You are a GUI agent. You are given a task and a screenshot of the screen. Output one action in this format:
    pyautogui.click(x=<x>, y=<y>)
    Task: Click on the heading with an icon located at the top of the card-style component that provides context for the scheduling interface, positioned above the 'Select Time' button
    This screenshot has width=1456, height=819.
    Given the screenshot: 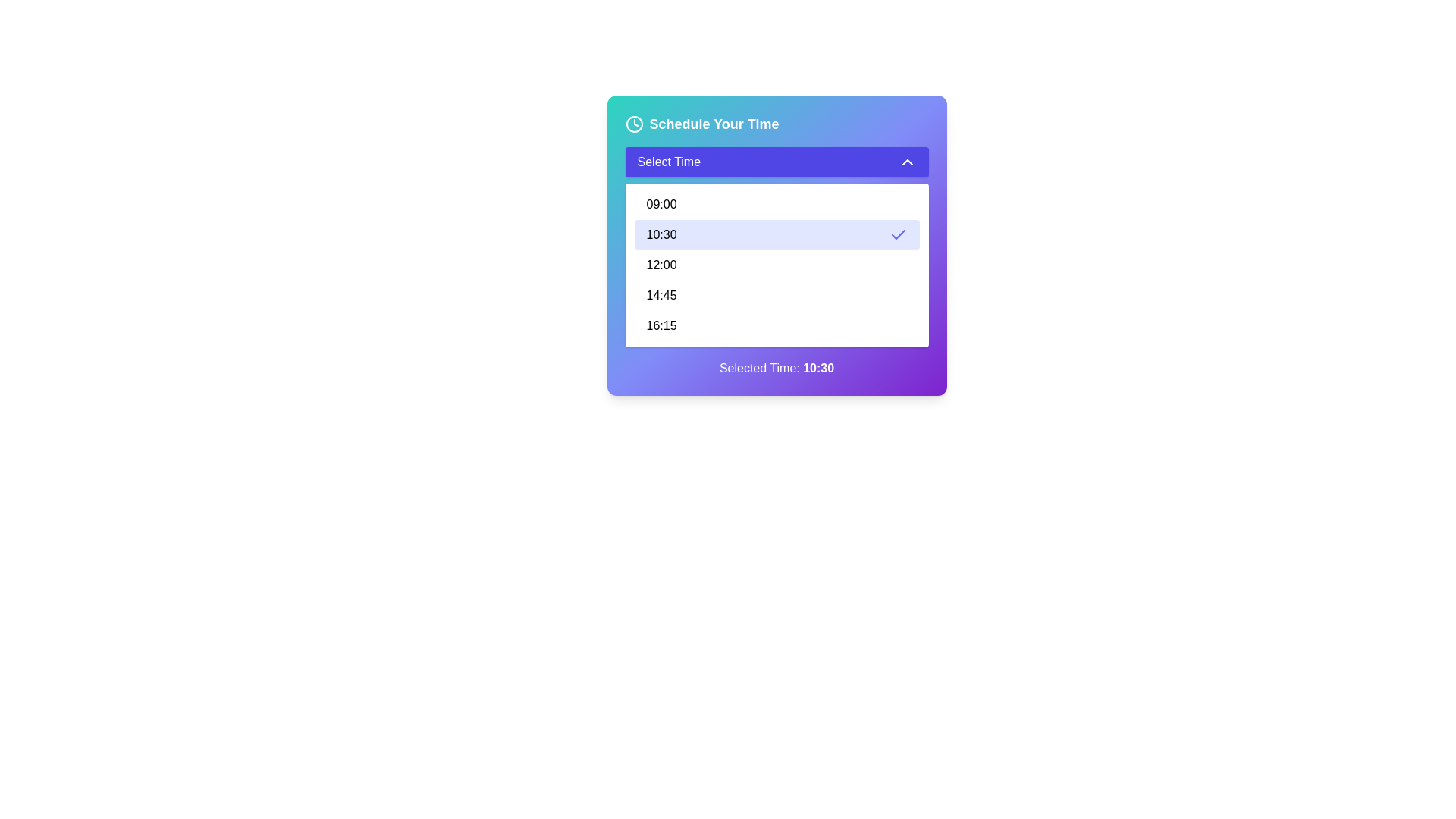 What is the action you would take?
    pyautogui.click(x=777, y=124)
    